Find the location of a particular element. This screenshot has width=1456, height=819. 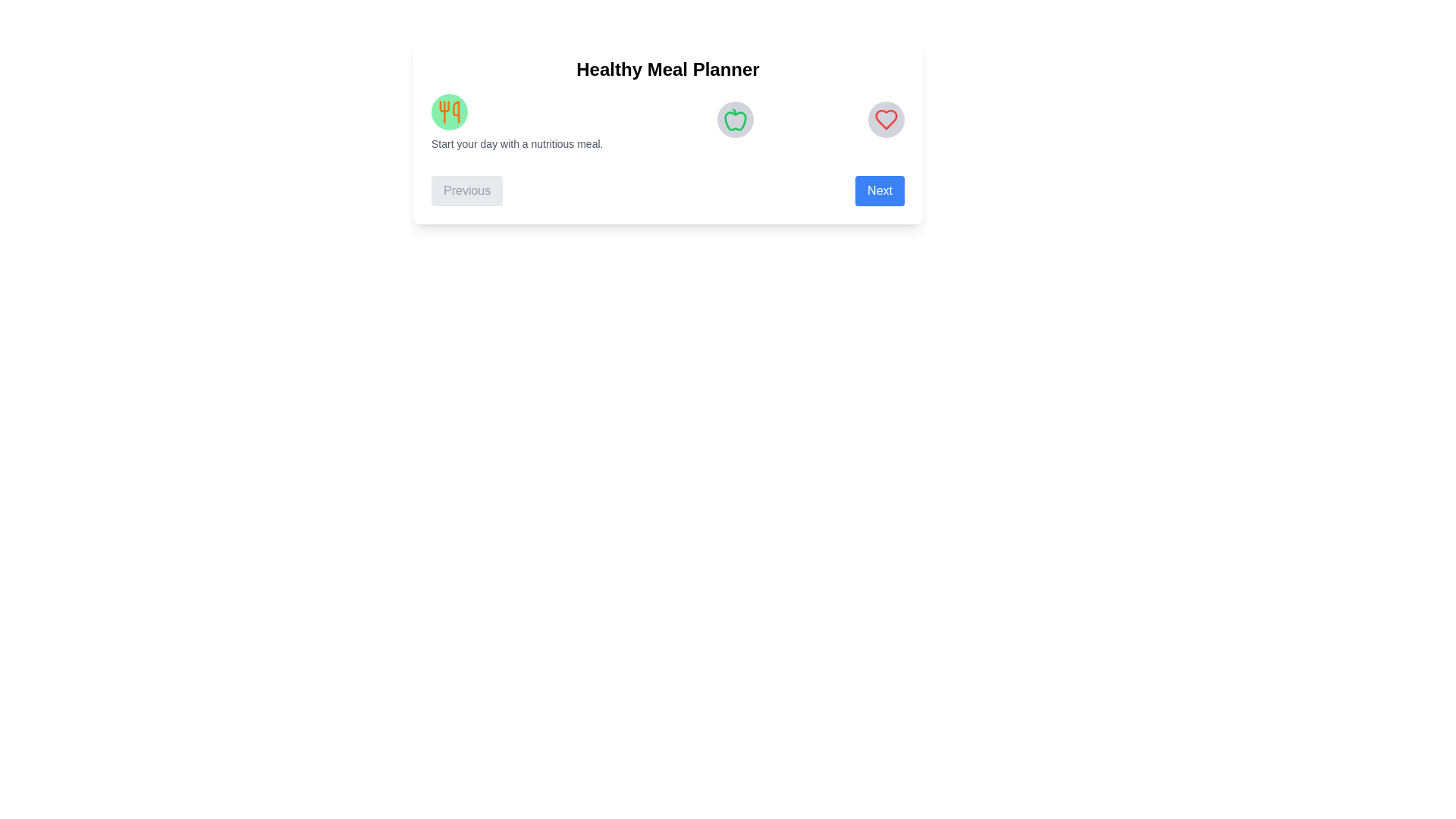

'Next' button to navigate to the next step is located at coordinates (880, 190).